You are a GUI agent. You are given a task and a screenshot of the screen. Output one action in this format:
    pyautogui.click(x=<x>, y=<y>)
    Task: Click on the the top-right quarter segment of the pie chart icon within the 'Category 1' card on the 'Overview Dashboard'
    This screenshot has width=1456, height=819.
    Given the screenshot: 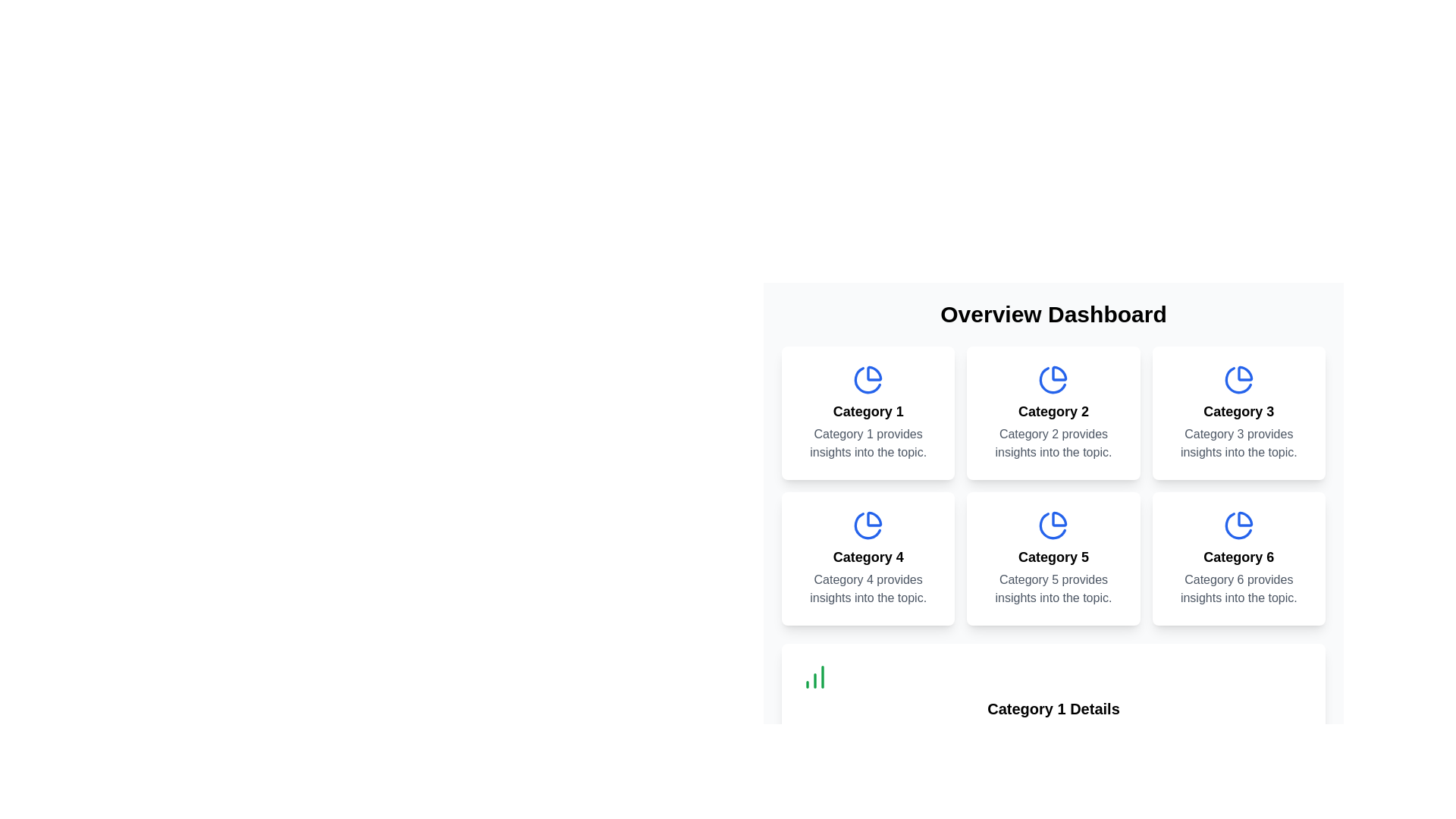 What is the action you would take?
    pyautogui.click(x=874, y=373)
    